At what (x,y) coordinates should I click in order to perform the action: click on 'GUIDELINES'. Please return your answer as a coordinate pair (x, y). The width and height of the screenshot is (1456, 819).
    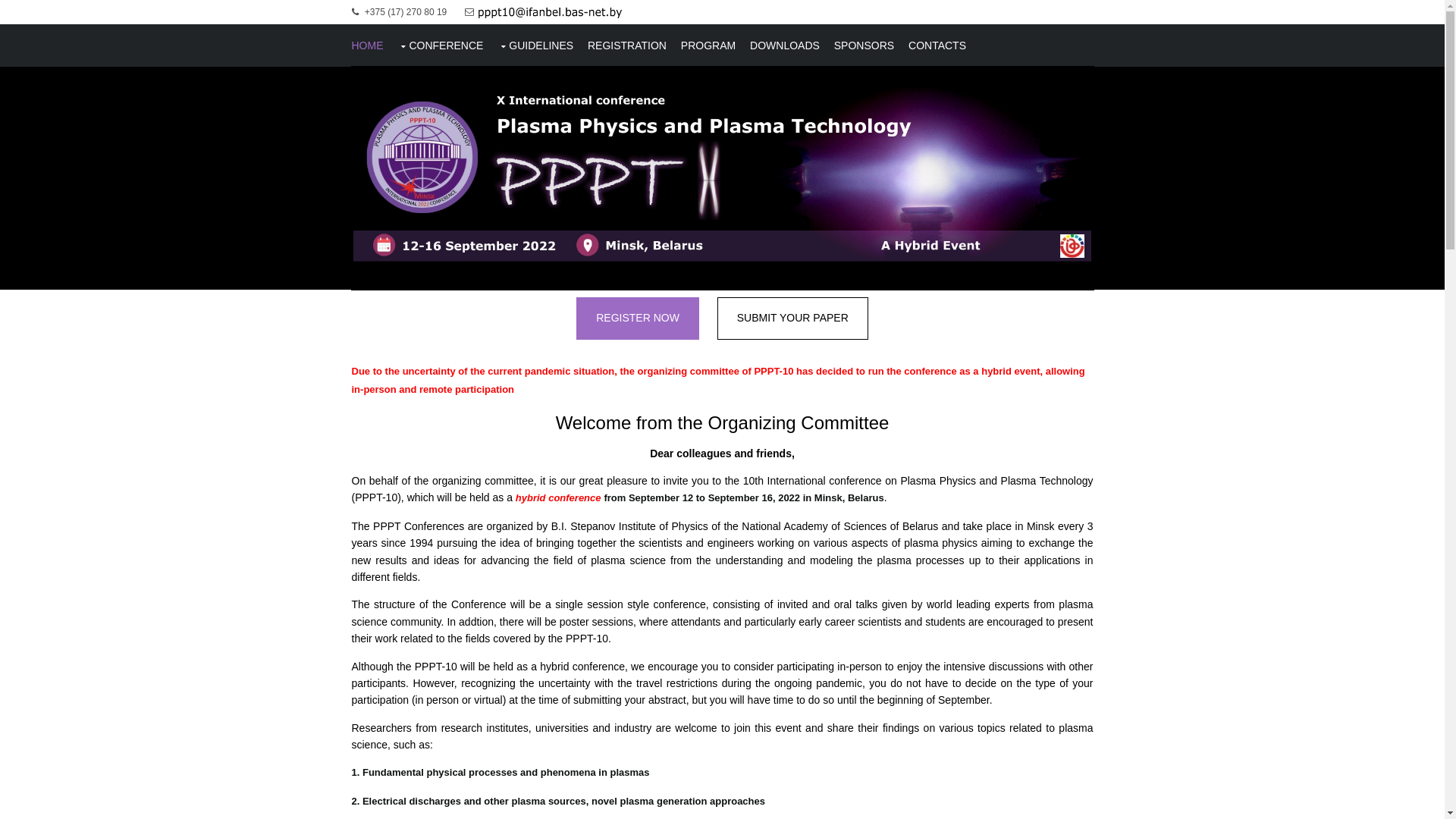
    Looking at the image, I should click on (497, 45).